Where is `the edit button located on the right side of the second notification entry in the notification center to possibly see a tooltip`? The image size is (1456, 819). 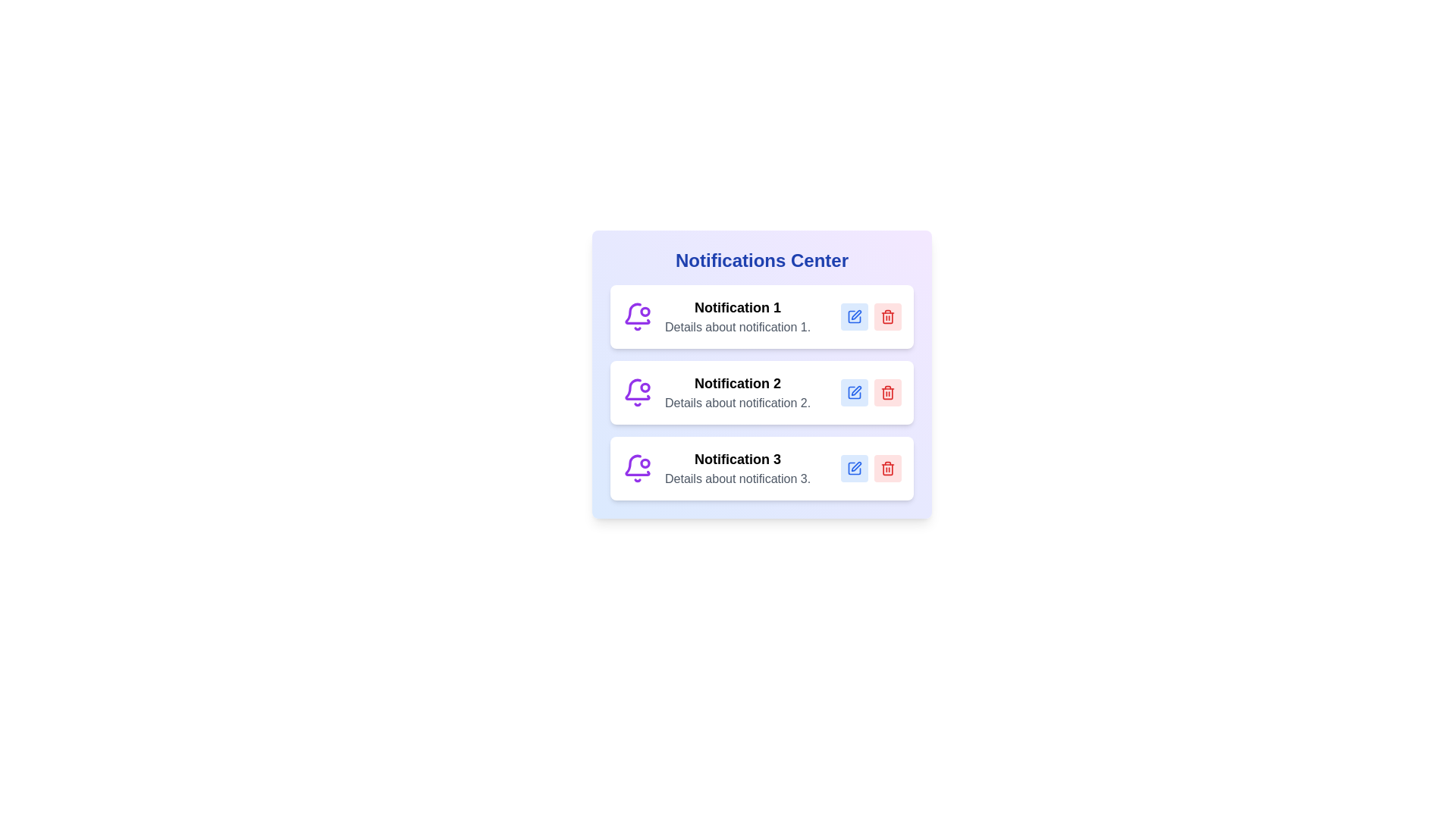
the edit button located on the right side of the second notification entry in the notification center to possibly see a tooltip is located at coordinates (855, 391).